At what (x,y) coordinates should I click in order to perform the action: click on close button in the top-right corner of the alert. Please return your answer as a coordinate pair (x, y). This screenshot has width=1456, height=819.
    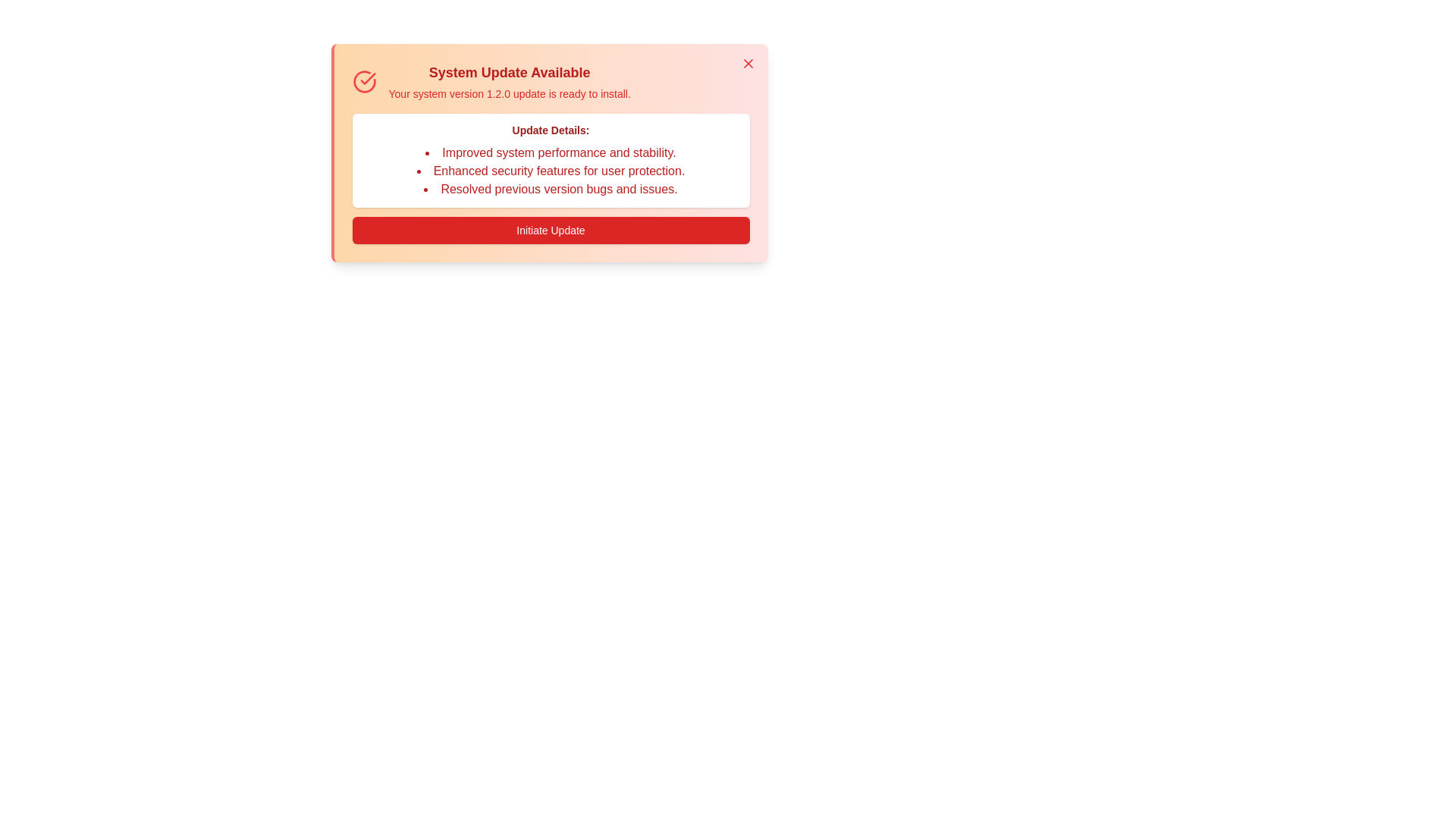
    Looking at the image, I should click on (748, 63).